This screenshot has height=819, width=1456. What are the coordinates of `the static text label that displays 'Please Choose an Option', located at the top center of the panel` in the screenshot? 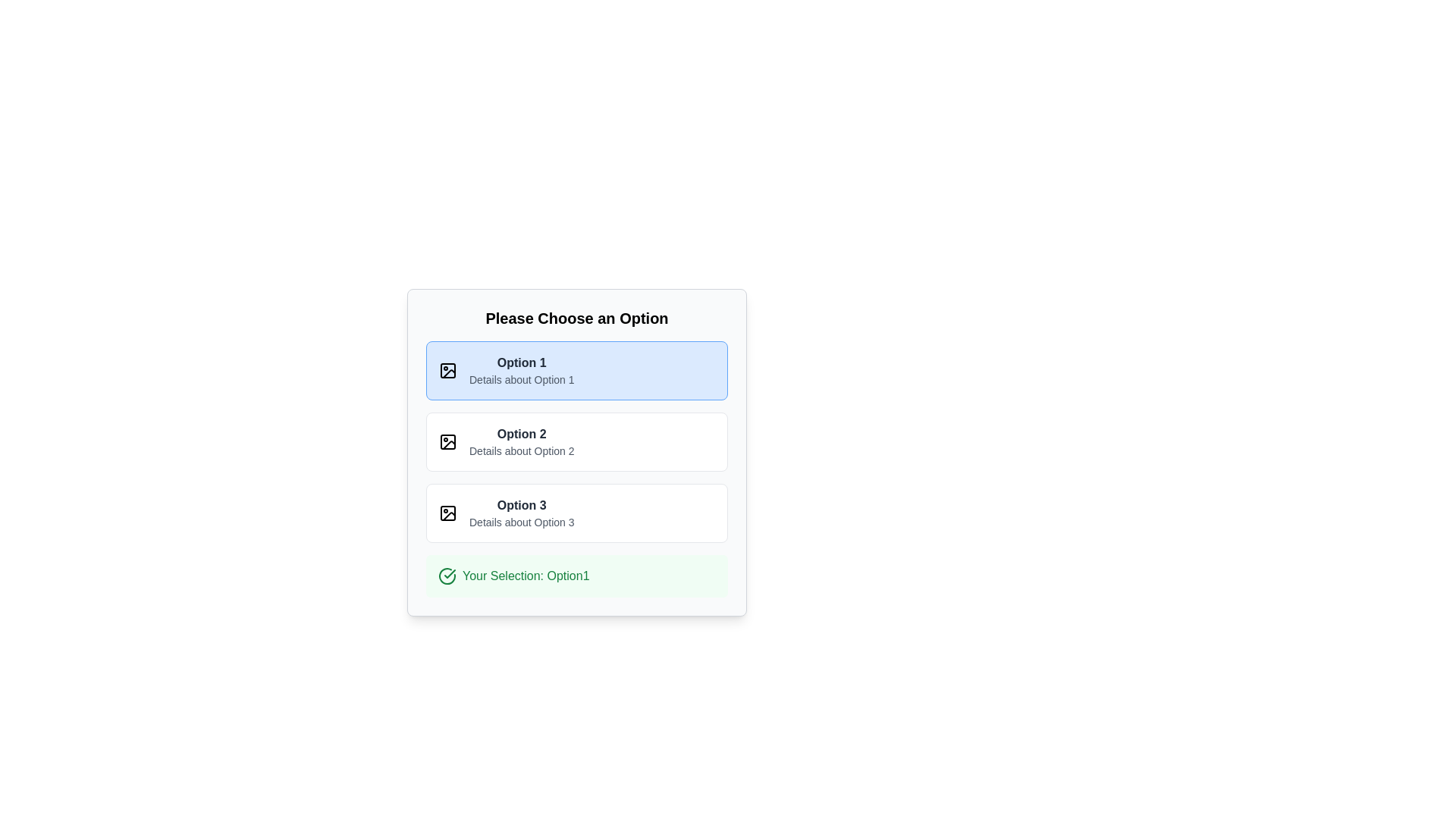 It's located at (576, 318).